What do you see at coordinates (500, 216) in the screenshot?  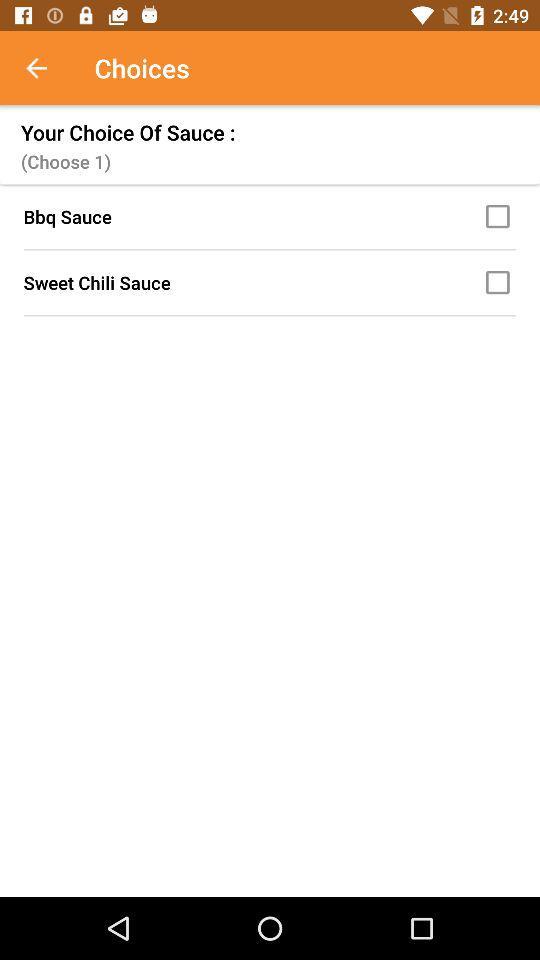 I see `check box complete` at bounding box center [500, 216].